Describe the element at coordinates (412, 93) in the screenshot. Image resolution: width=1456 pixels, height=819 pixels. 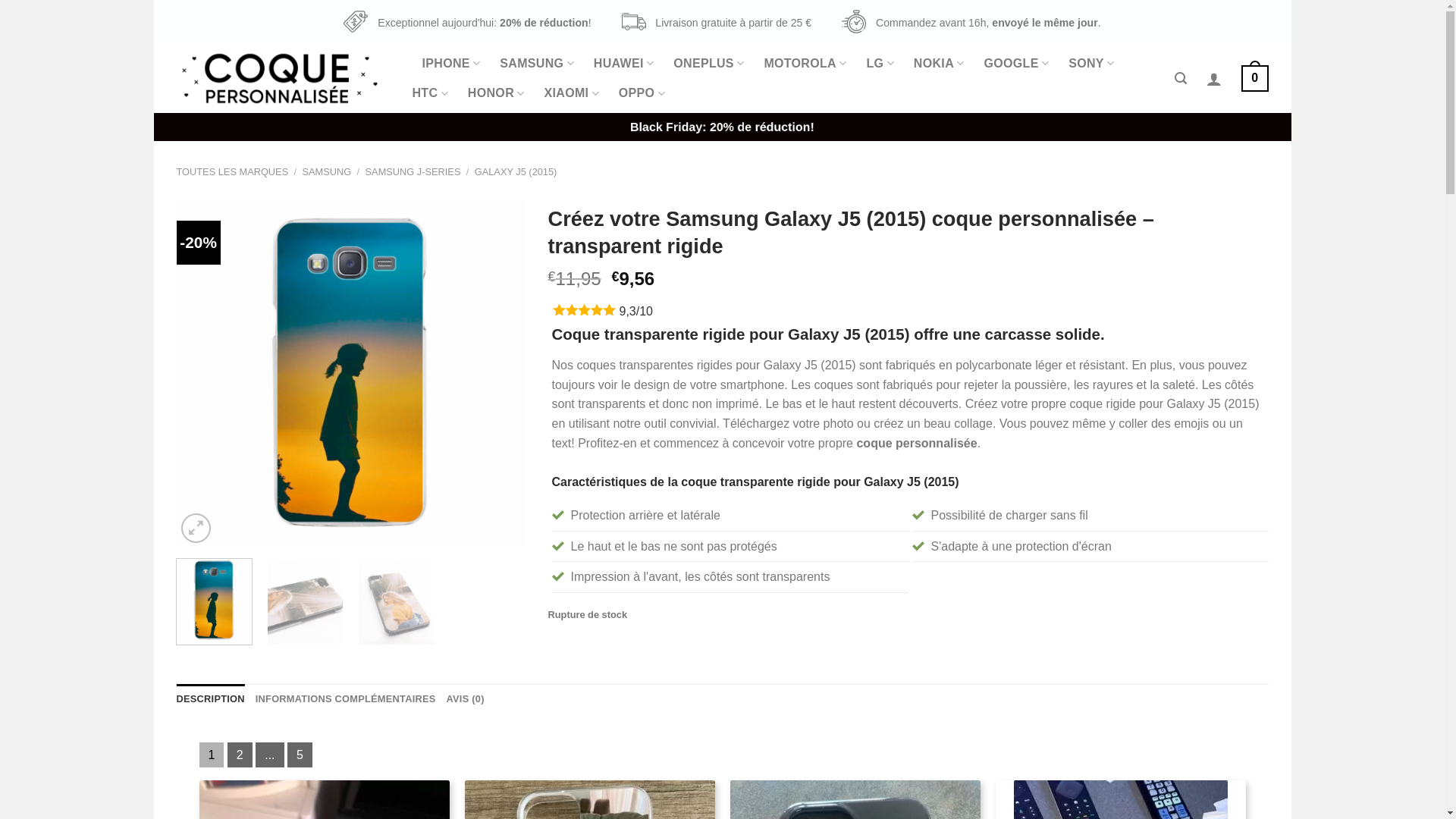
I see `'HTC'` at that location.